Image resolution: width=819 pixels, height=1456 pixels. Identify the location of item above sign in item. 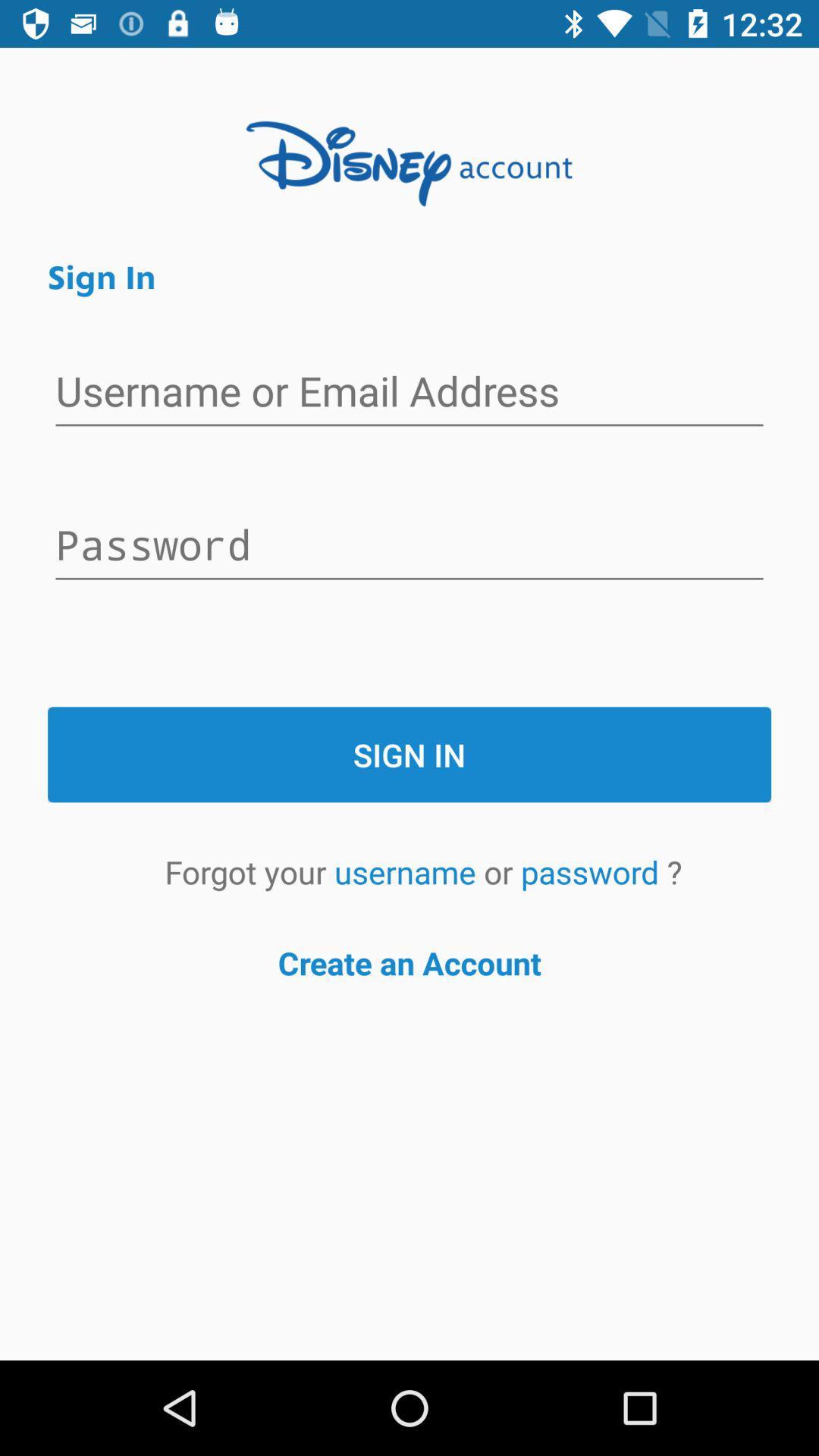
(409, 546).